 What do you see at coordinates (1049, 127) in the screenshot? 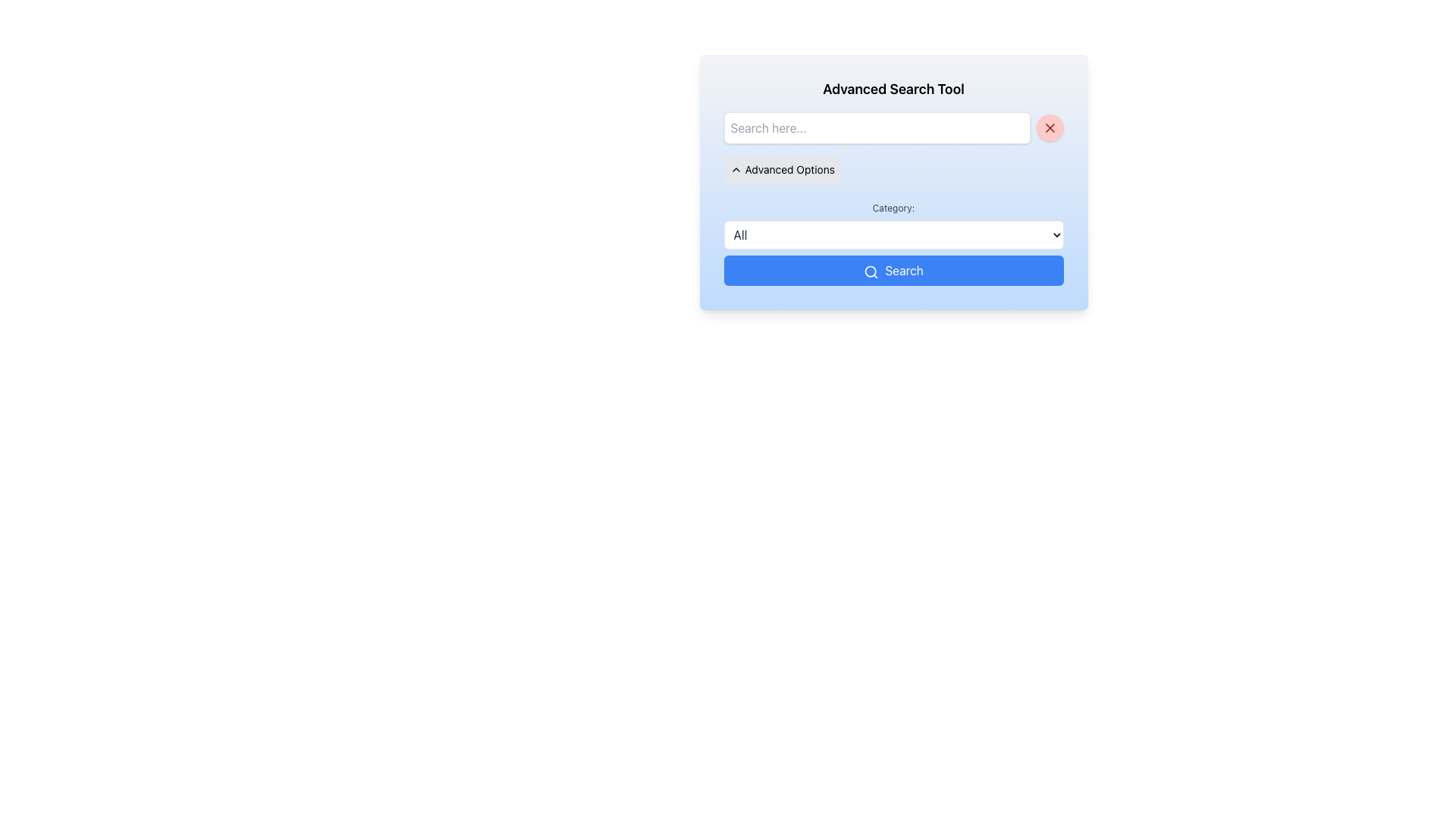
I see `the clear button located near the top-right corner of the text search input box in the Advanced Search Tool interface to clear the input field` at bounding box center [1049, 127].